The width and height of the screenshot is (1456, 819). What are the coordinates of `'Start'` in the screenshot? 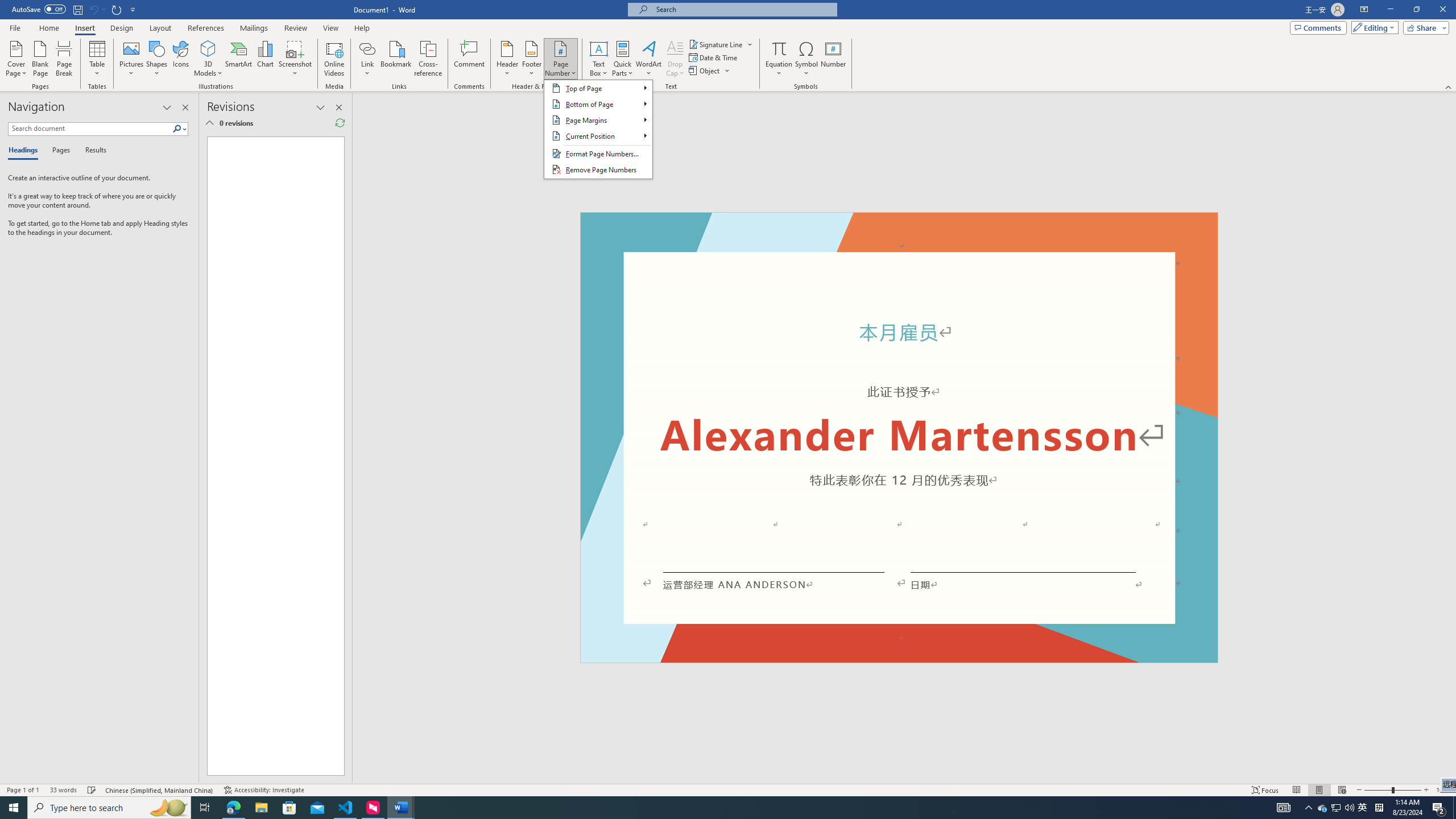 It's located at (14, 806).